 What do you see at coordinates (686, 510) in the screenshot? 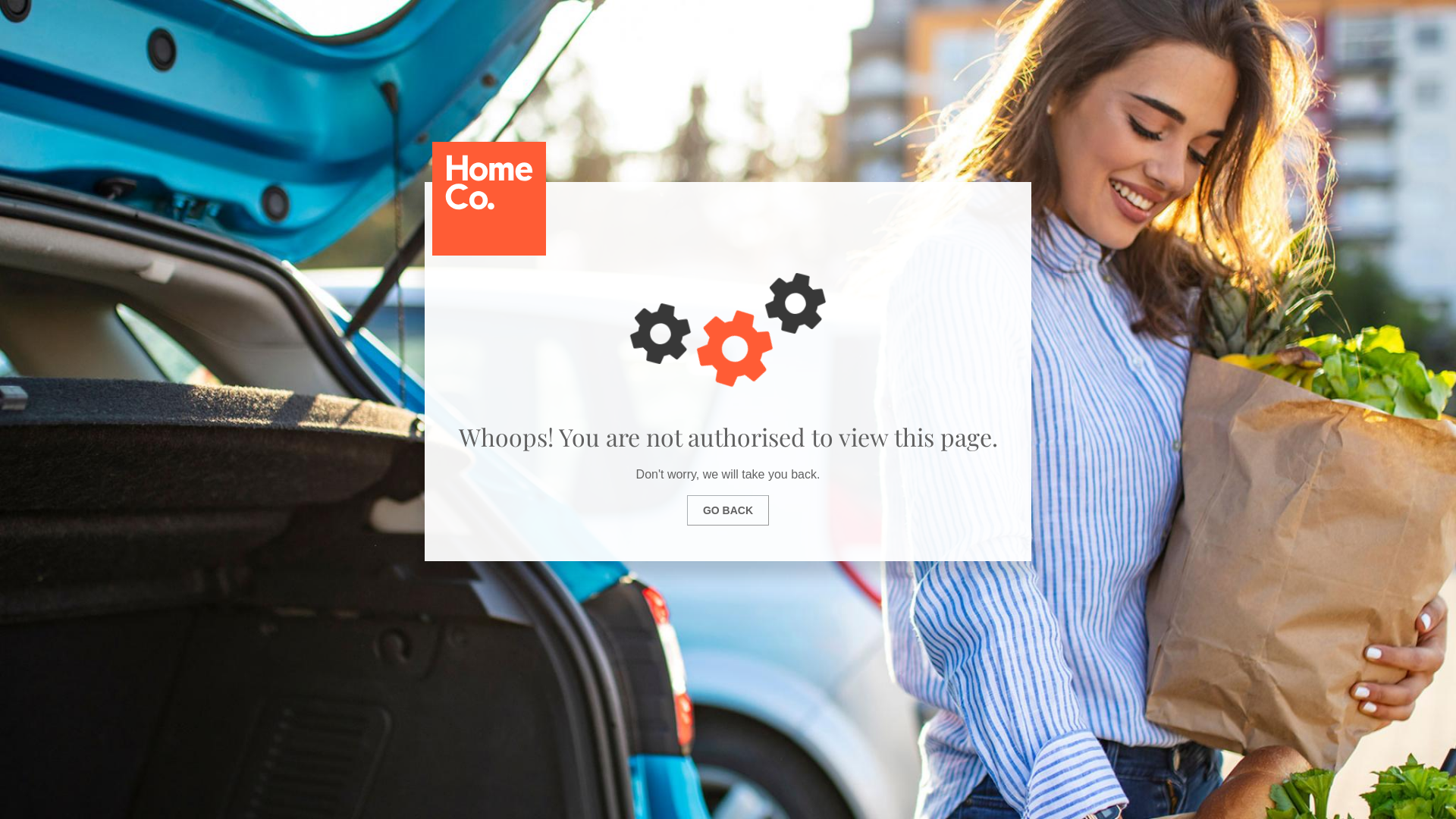
I see `'GO BACK'` at bounding box center [686, 510].